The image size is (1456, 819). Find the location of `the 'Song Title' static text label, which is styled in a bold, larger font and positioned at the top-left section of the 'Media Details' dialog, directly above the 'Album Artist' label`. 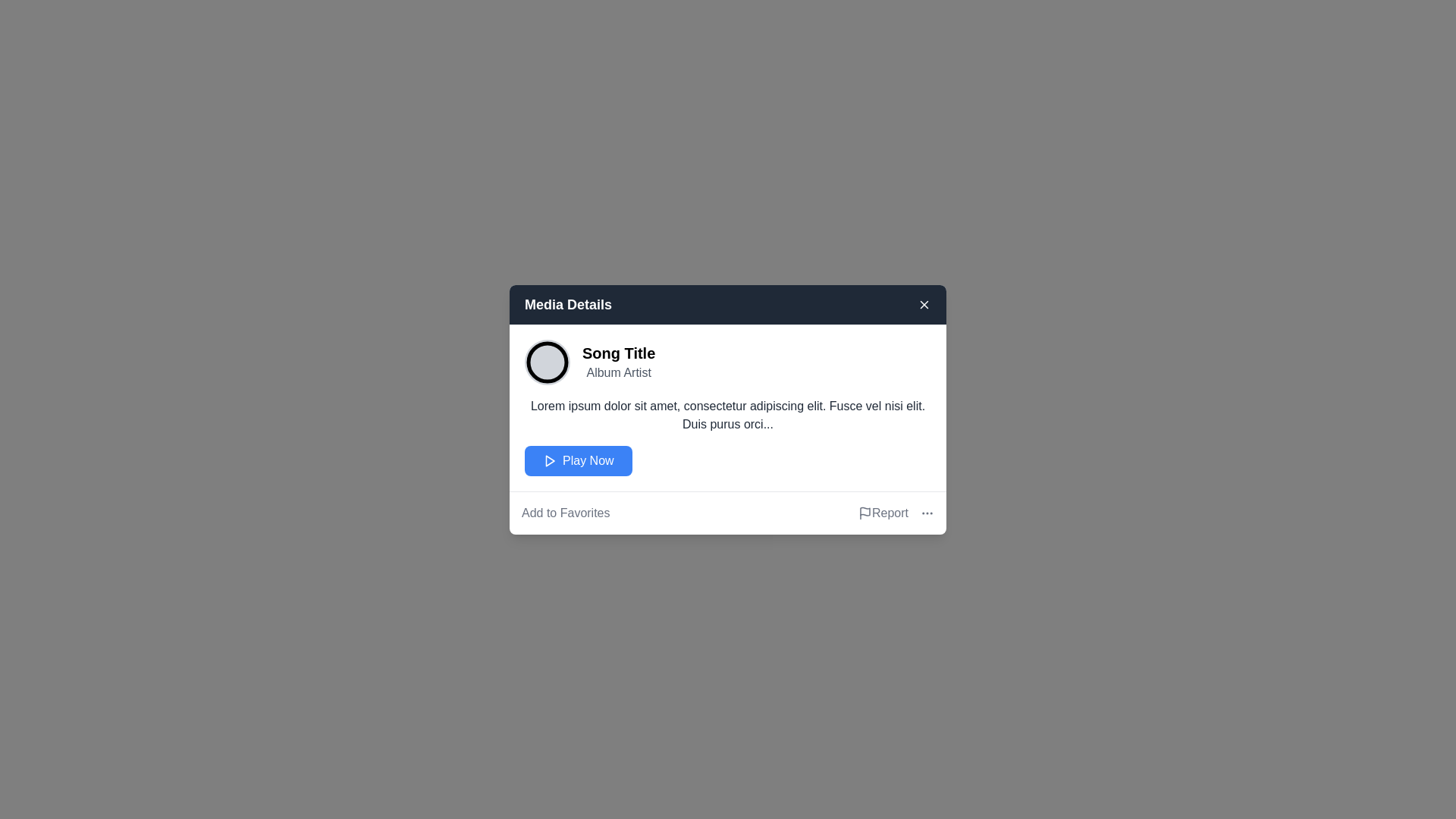

the 'Song Title' static text label, which is styled in a bold, larger font and positioned at the top-left section of the 'Media Details' dialog, directly above the 'Album Artist' label is located at coordinates (619, 353).